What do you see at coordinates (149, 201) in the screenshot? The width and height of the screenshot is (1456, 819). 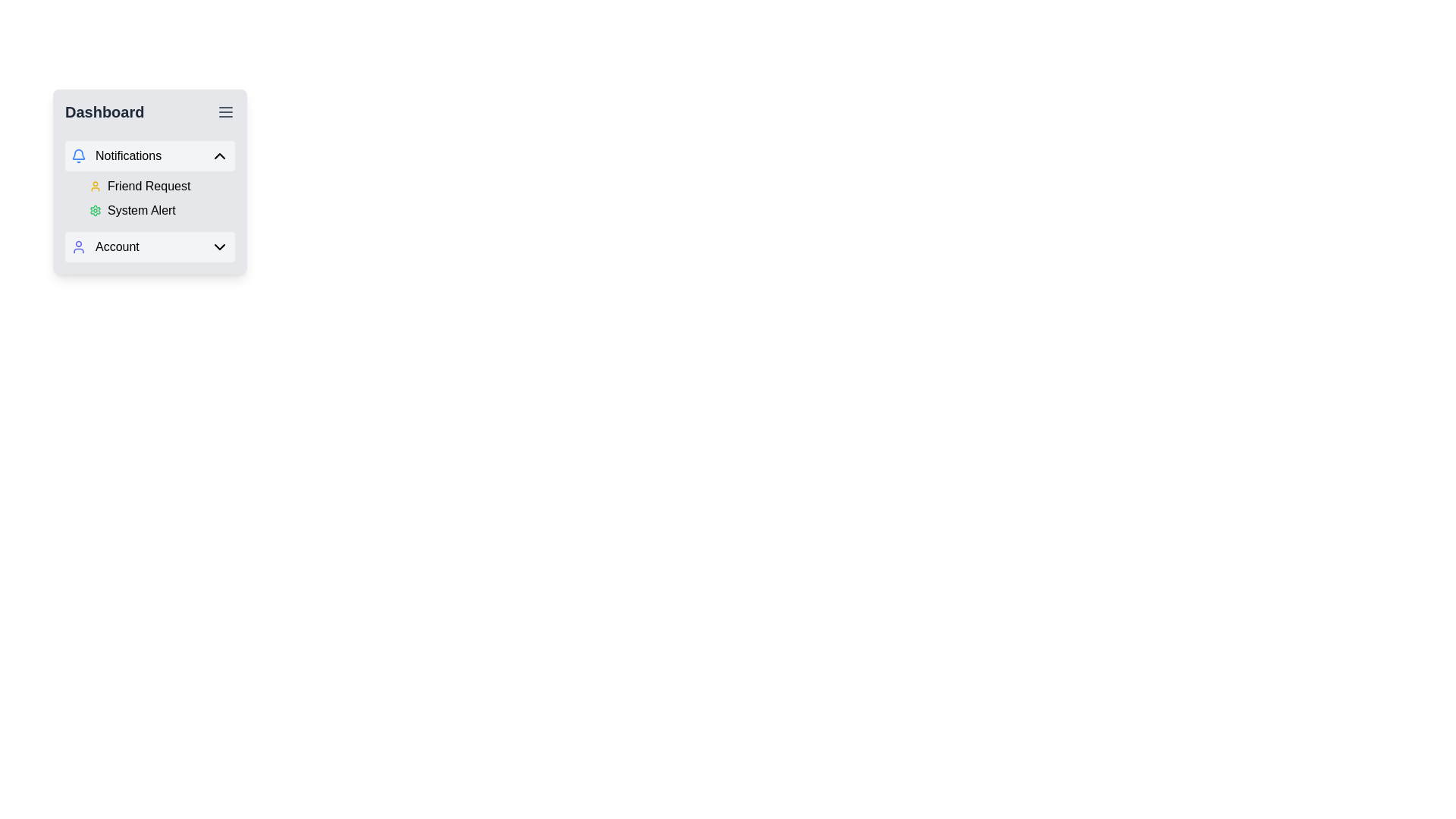 I see `the notification items in the Menu section` at bounding box center [149, 201].